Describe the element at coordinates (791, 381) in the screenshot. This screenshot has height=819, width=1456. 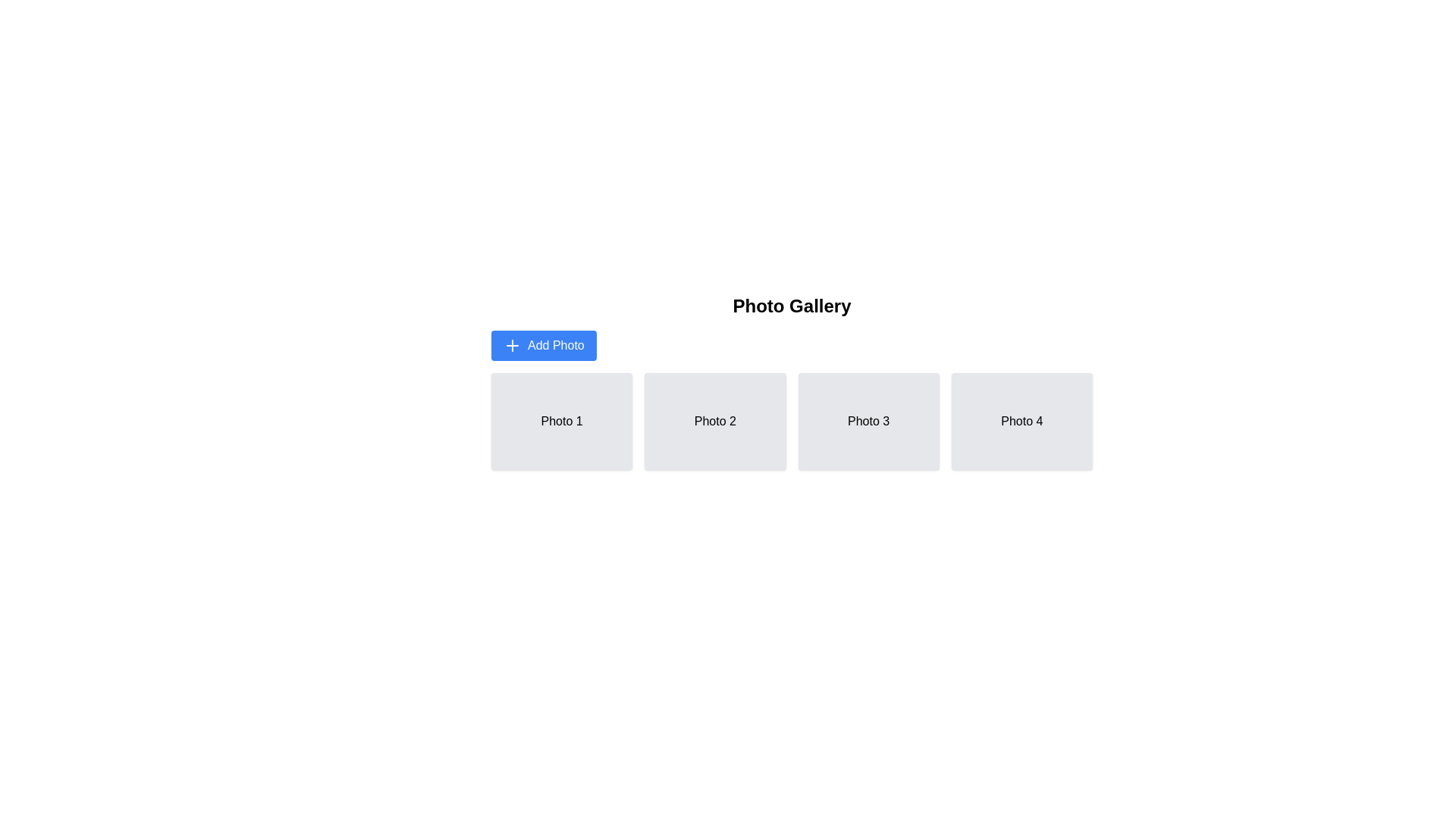
I see `the individual photo areas within the photo management section located below the 'Photo Gallery' text and 'Add Photo' button` at that location.